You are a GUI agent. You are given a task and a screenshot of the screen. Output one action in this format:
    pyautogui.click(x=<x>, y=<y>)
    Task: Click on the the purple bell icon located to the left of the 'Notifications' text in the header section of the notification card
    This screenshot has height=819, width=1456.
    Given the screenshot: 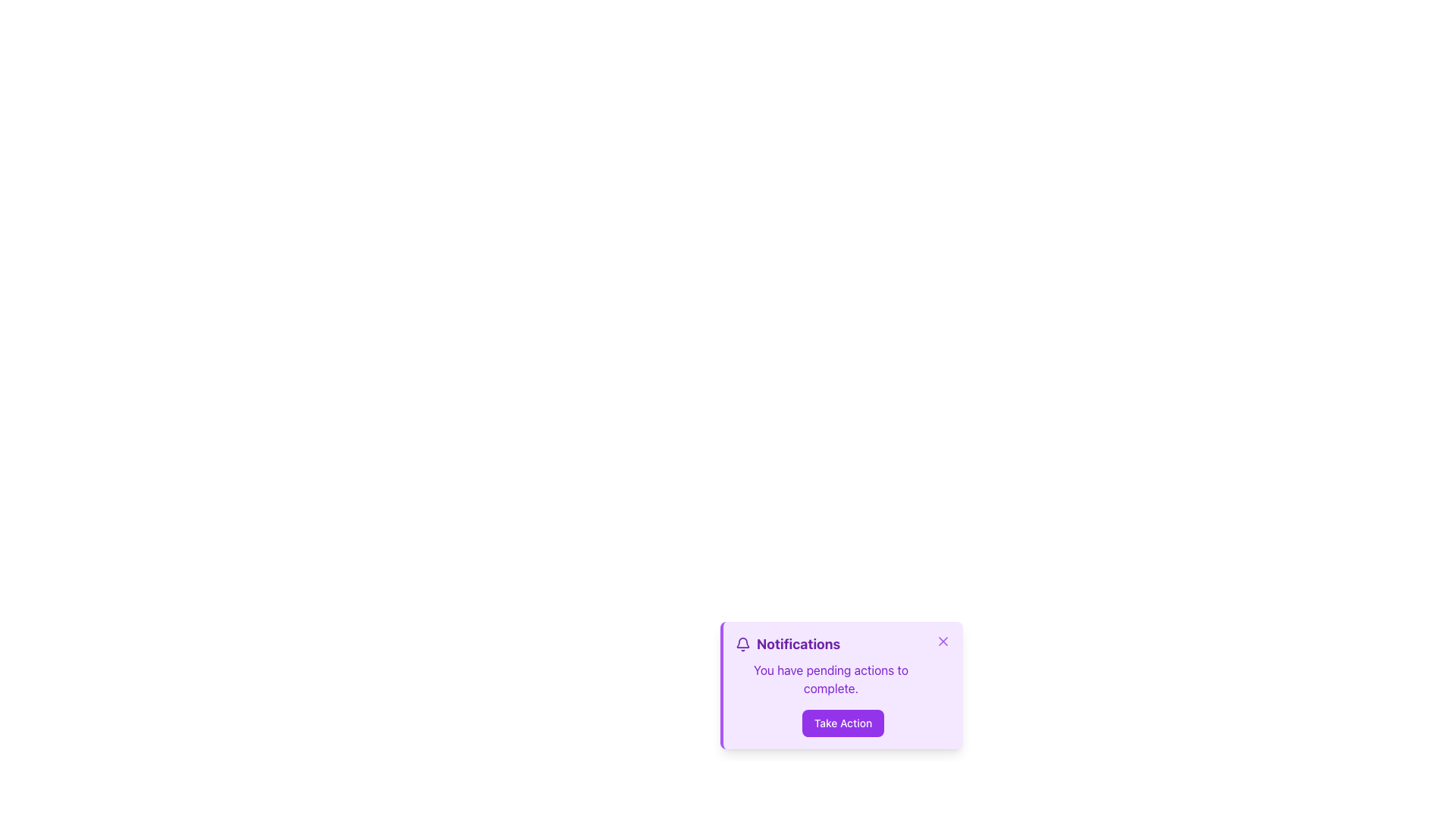 What is the action you would take?
    pyautogui.click(x=742, y=644)
    